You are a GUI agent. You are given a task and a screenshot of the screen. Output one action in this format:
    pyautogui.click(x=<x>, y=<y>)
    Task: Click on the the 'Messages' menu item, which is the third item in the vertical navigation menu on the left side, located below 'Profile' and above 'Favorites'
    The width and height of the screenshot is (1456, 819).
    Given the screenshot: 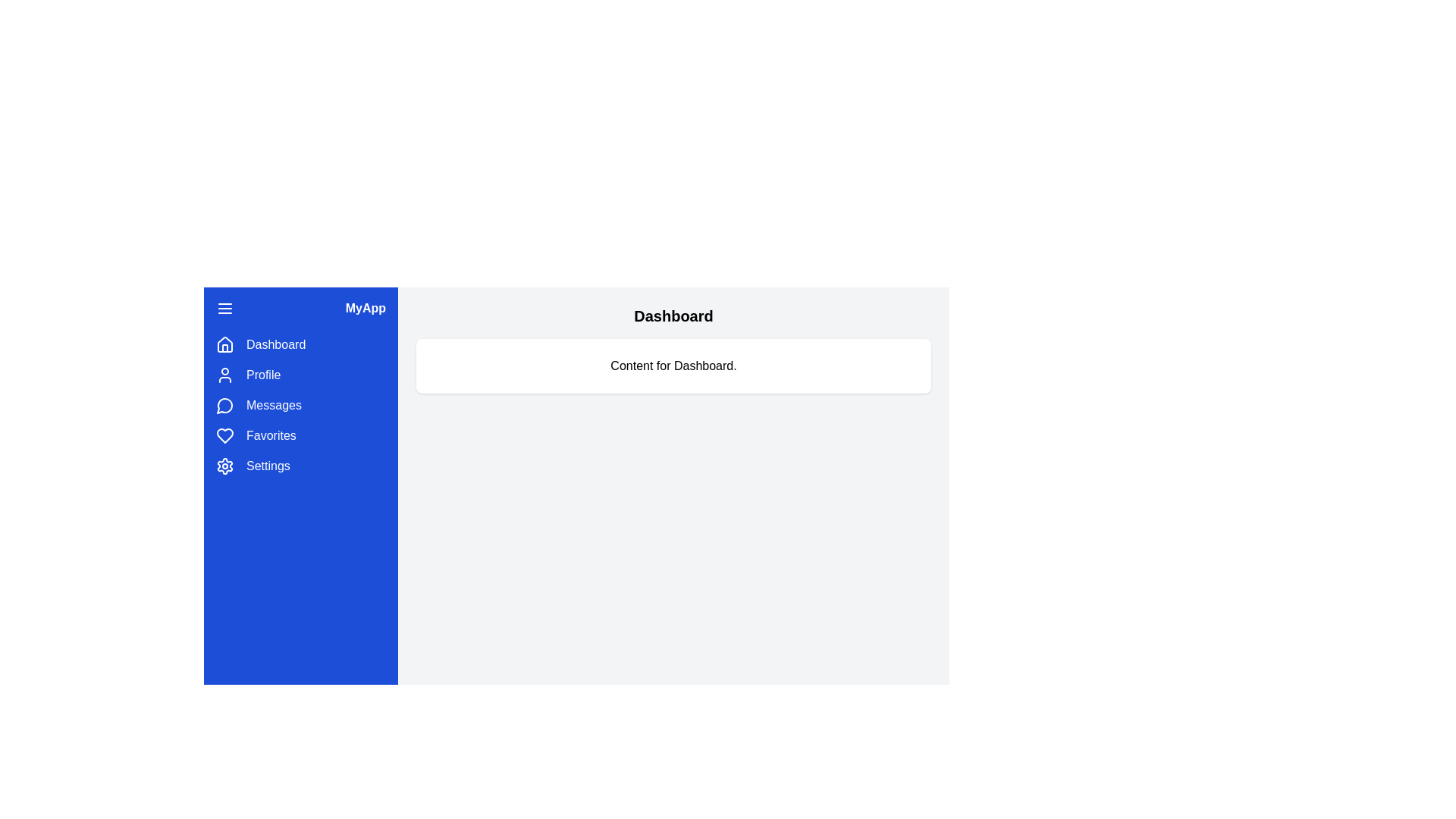 What is the action you would take?
    pyautogui.click(x=301, y=405)
    